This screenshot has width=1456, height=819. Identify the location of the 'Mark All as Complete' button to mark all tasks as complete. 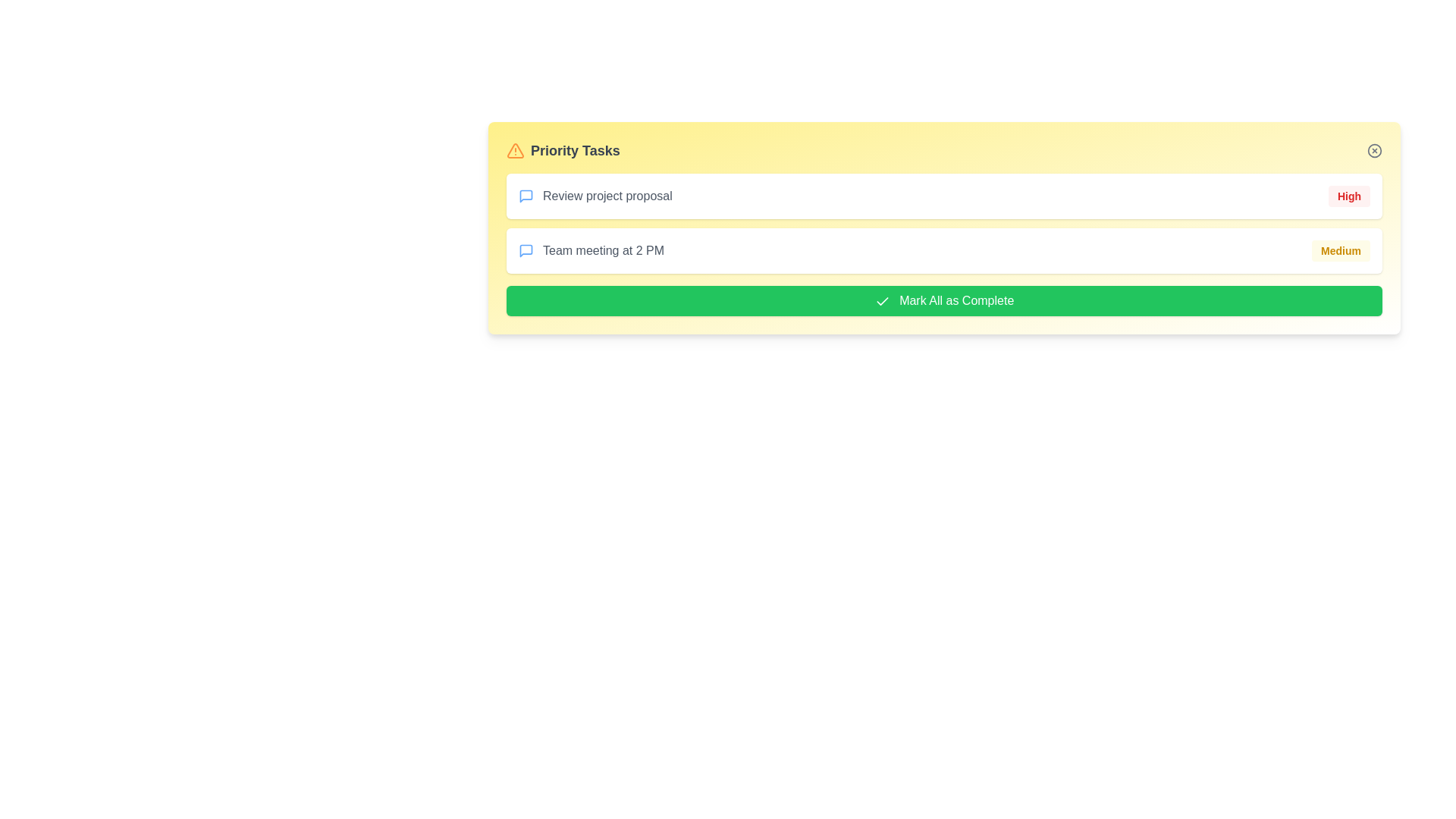
(943, 301).